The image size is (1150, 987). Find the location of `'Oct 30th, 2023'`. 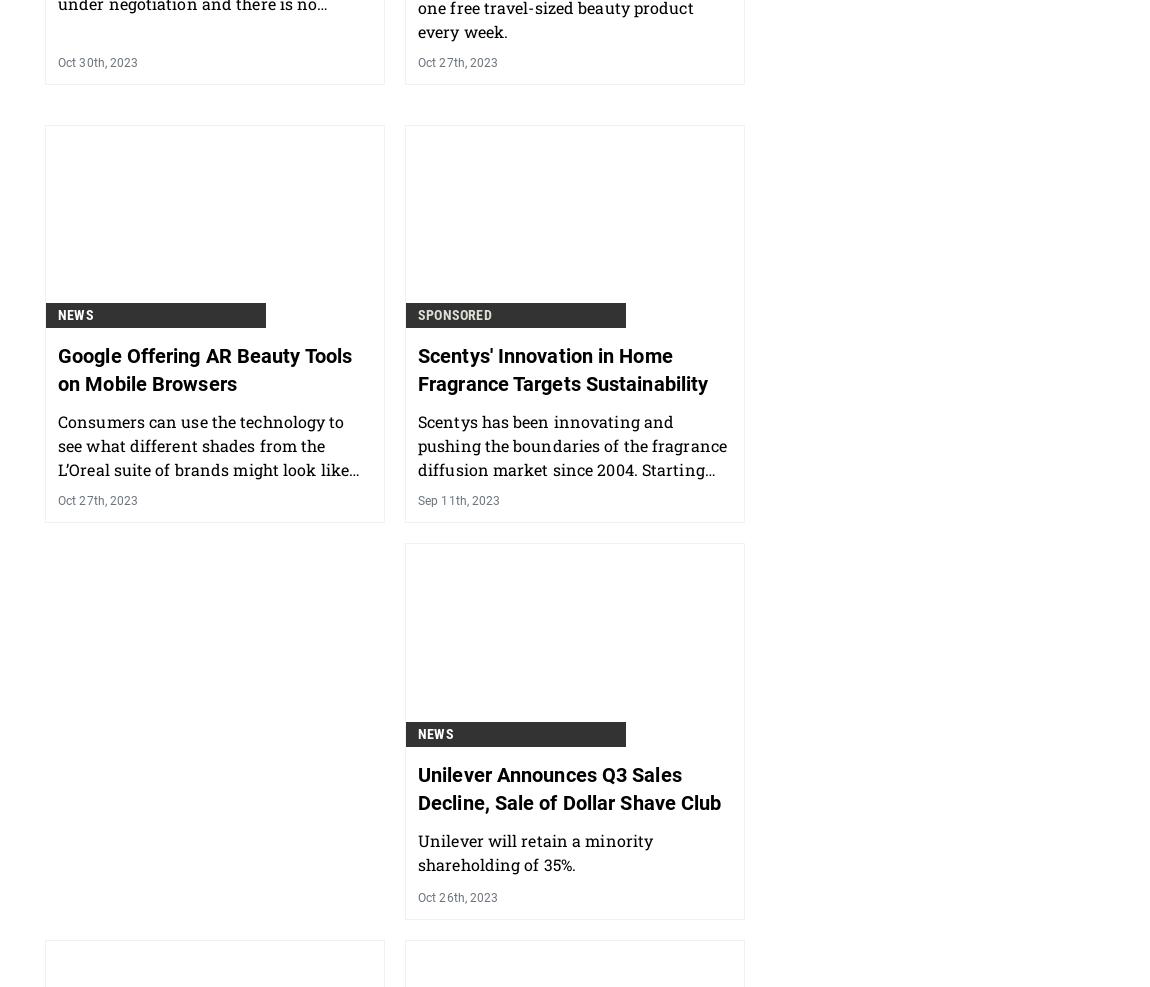

'Oct 30th, 2023' is located at coordinates (96, 166).